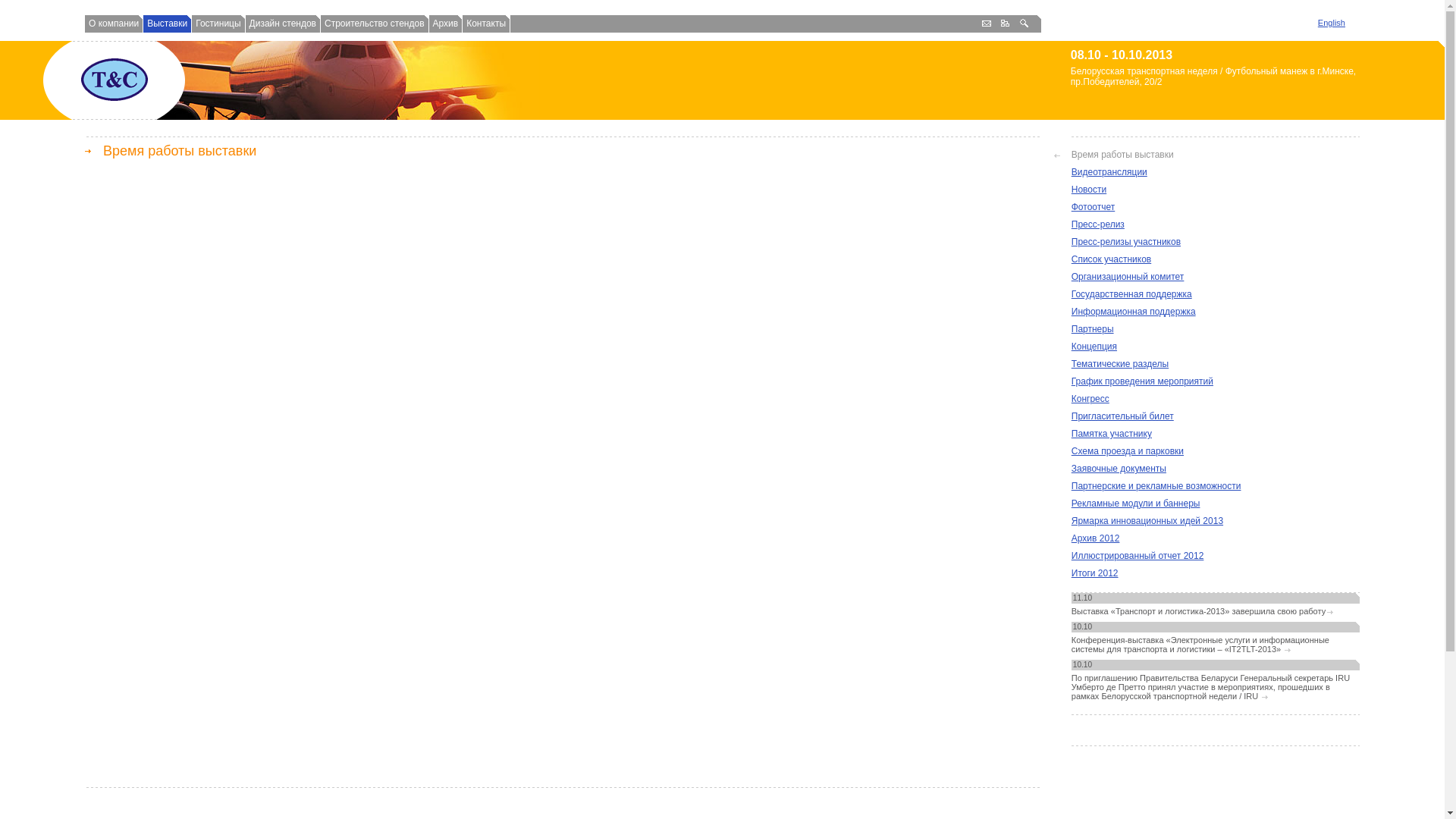 The height and width of the screenshot is (819, 1456). What do you see at coordinates (1331, 23) in the screenshot?
I see `'English'` at bounding box center [1331, 23].